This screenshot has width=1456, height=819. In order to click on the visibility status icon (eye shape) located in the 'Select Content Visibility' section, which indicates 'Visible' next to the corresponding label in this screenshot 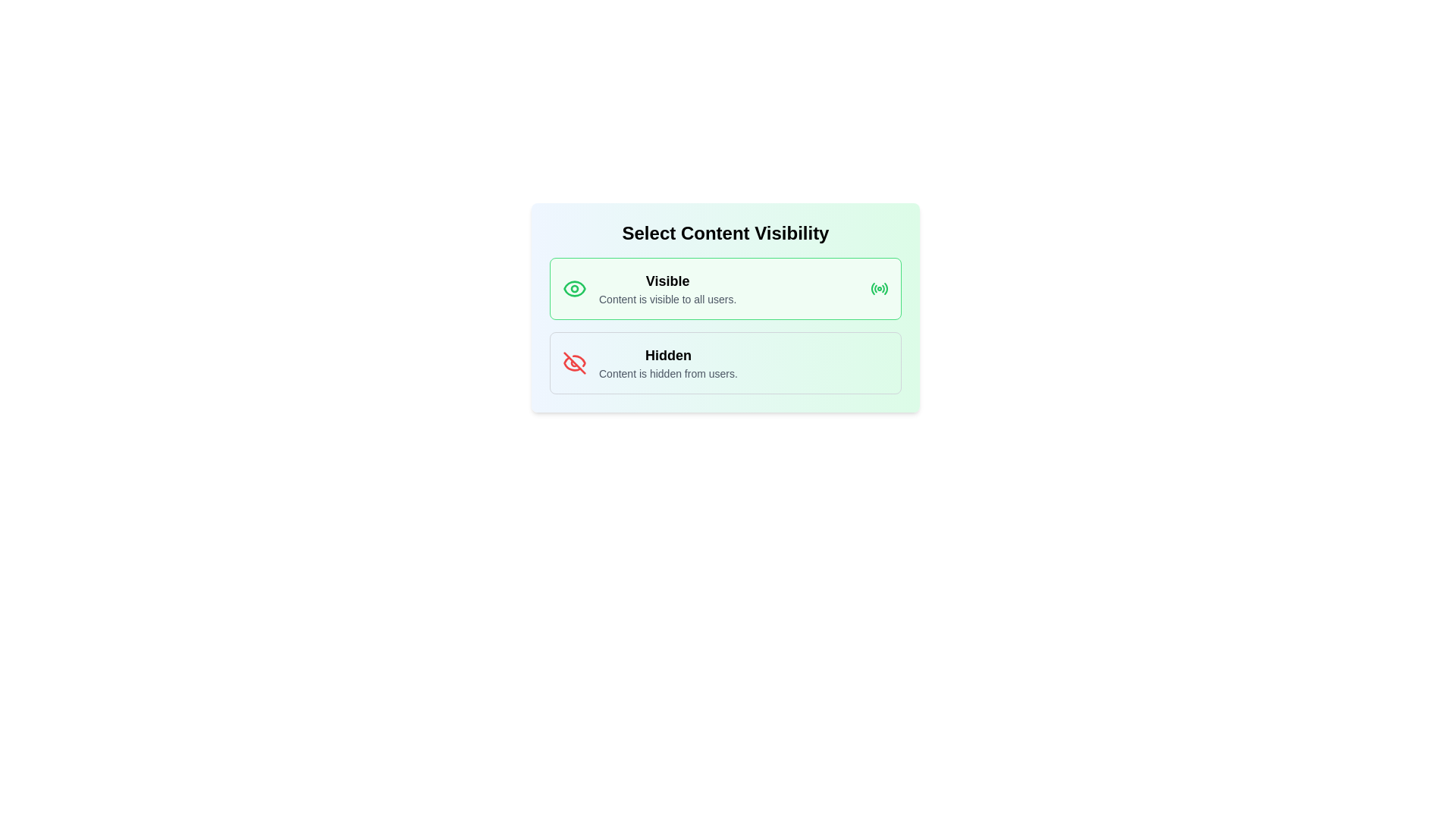, I will do `click(574, 289)`.